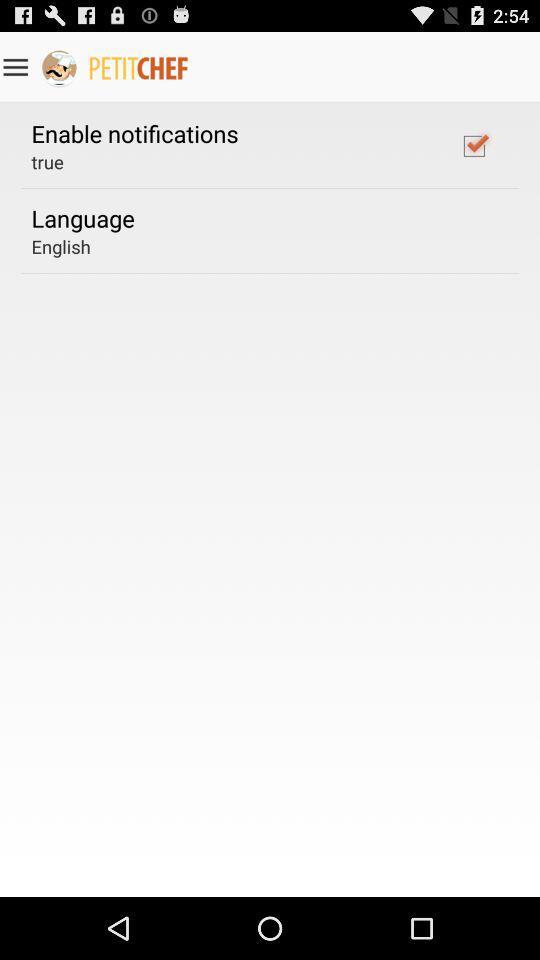  Describe the element at coordinates (47, 160) in the screenshot. I see `the app below enable notifications app` at that location.